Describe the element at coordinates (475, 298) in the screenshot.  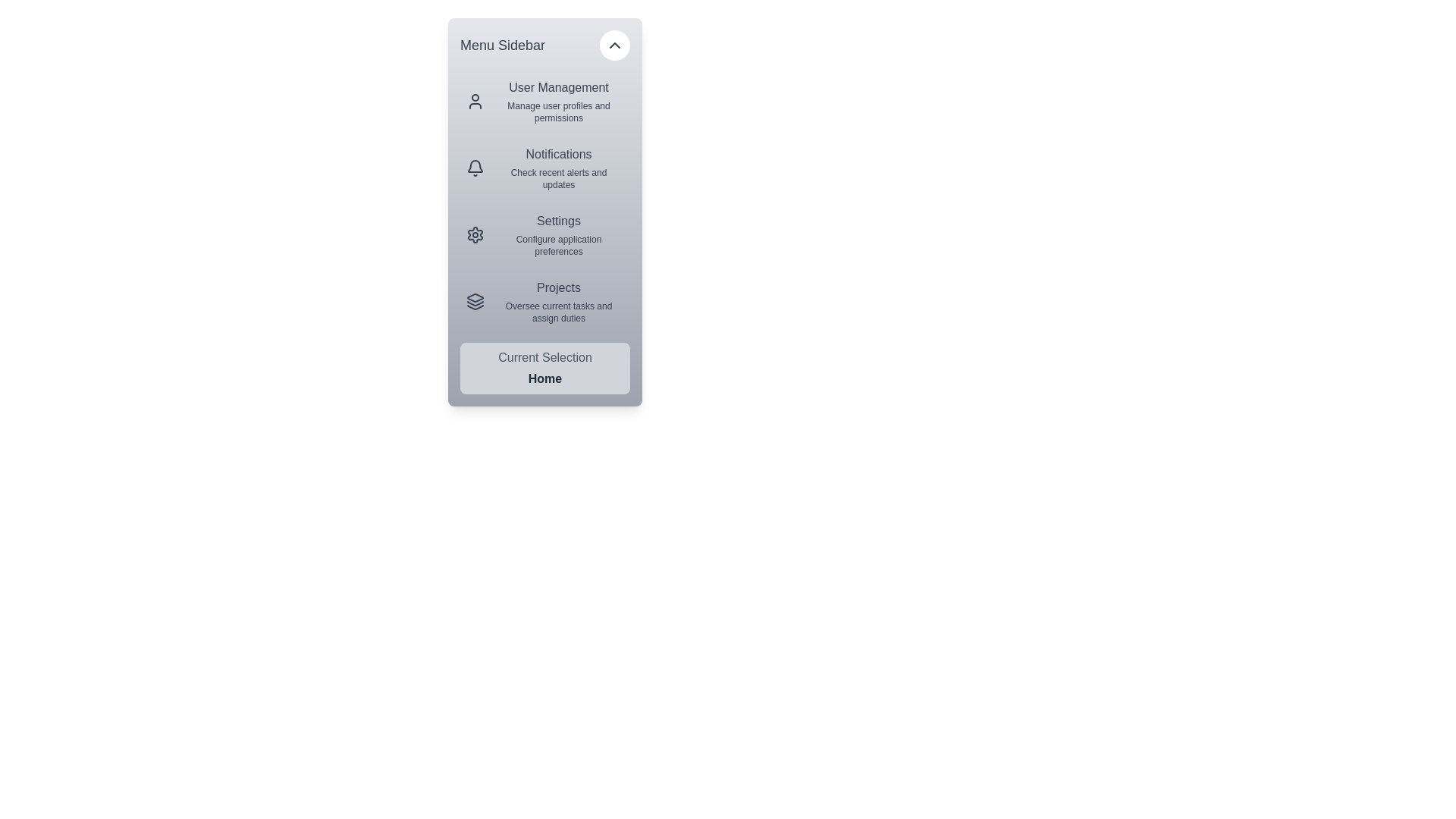
I see `the layer icon, which is a diamond-like shape with inner layering, located in the middle of the menu sidebar below the 'Settings' section and adjacent to the 'Projects' label` at that location.